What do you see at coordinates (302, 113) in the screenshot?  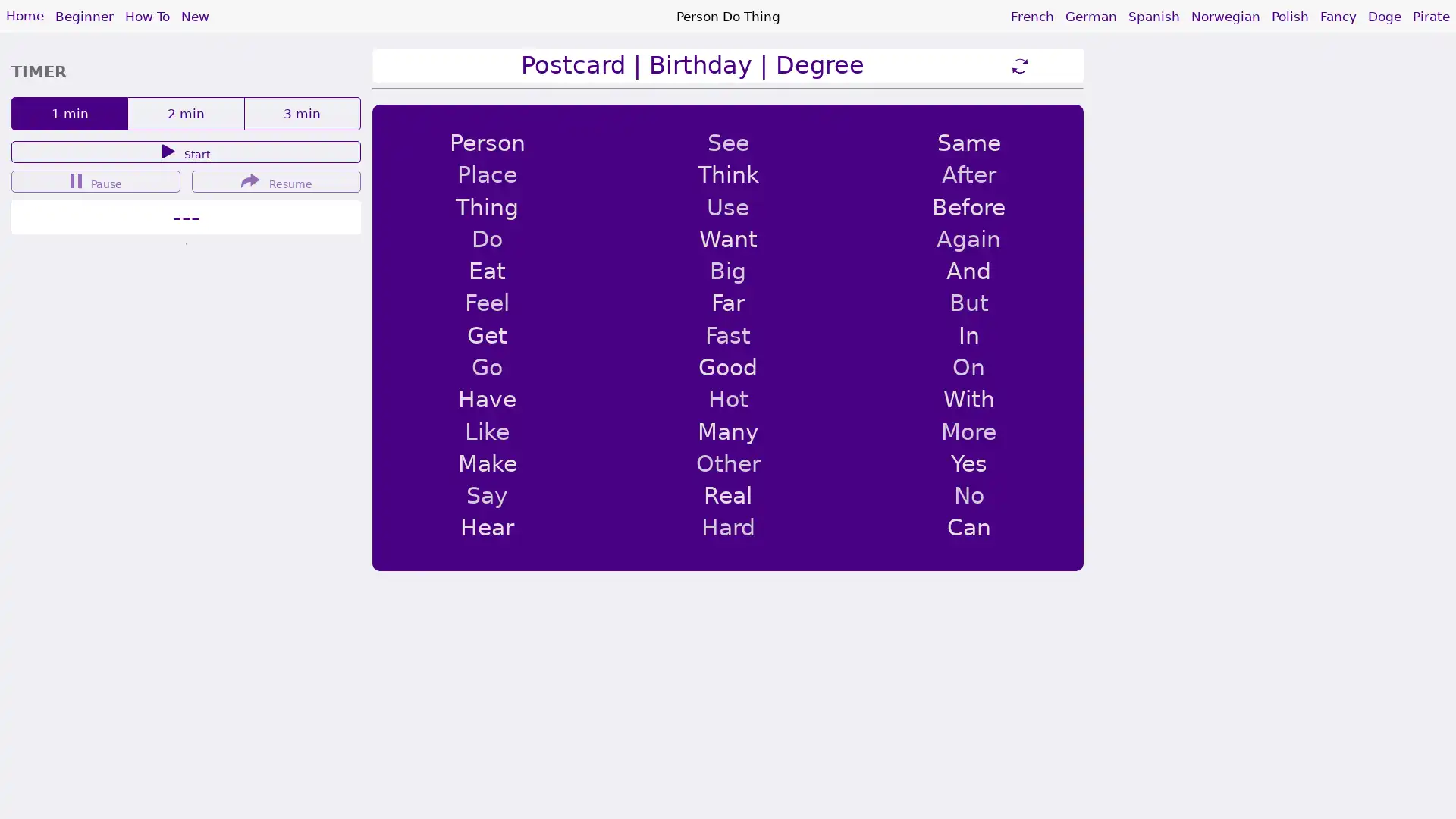 I see `3 min` at bounding box center [302, 113].